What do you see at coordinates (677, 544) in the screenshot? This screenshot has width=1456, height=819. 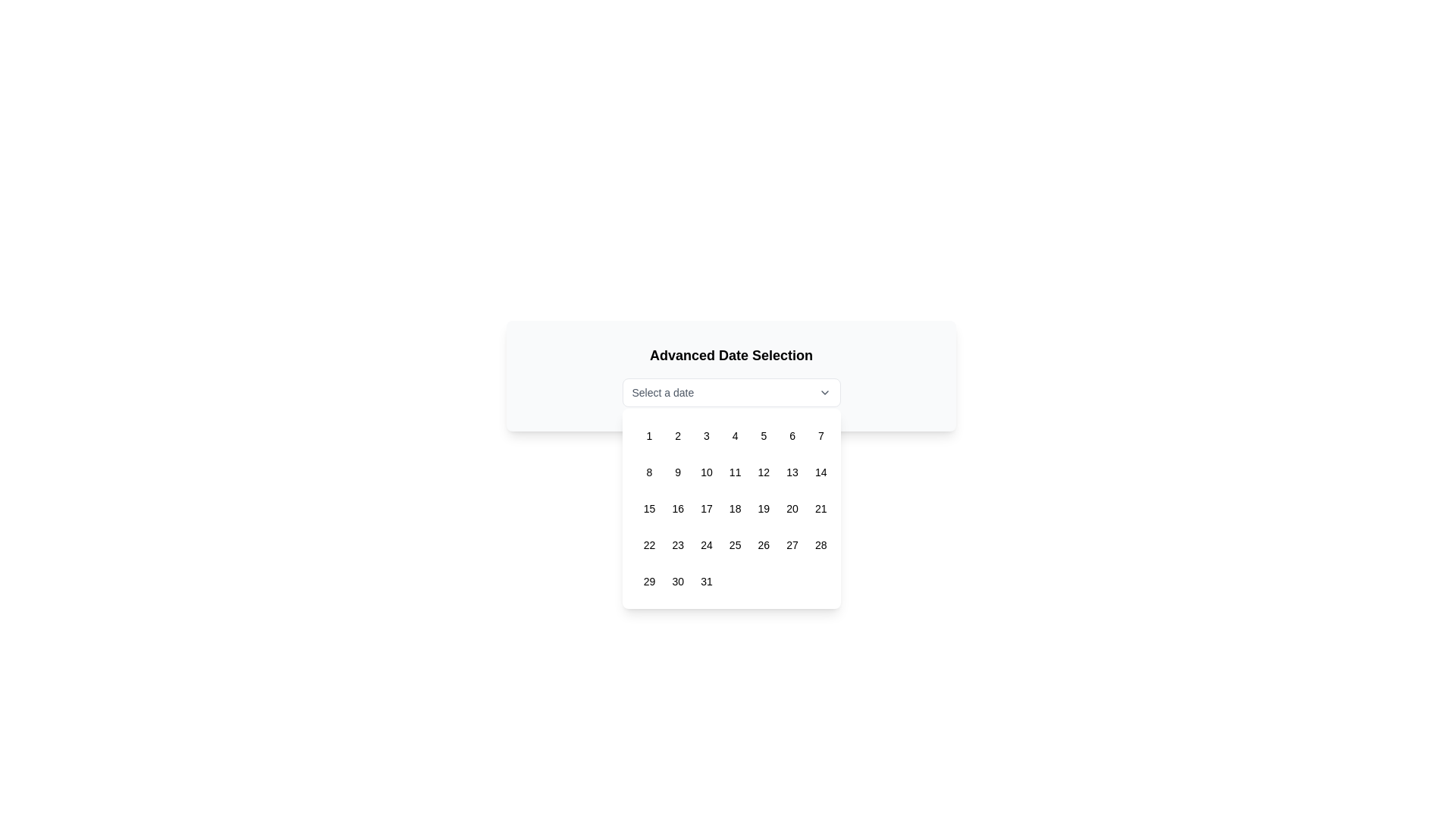 I see `the button displaying '23' in bold font, located in the fourth row, second column of the date-picker layout under the 'Advanced Date Selection' header to change its background color` at bounding box center [677, 544].